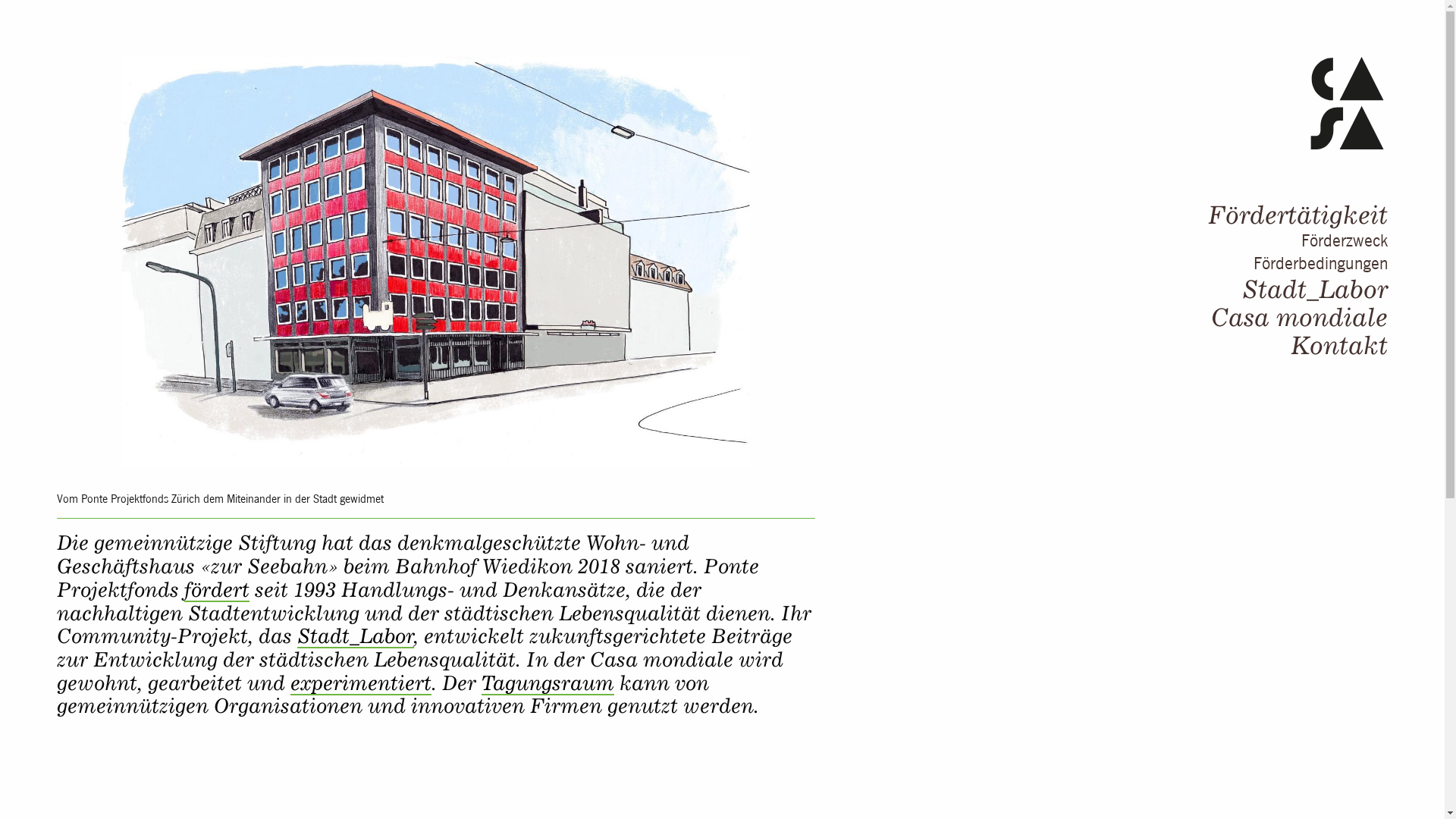 The image size is (1456, 819). What do you see at coordinates (1241, 289) in the screenshot?
I see `'Stadt_Labor'` at bounding box center [1241, 289].